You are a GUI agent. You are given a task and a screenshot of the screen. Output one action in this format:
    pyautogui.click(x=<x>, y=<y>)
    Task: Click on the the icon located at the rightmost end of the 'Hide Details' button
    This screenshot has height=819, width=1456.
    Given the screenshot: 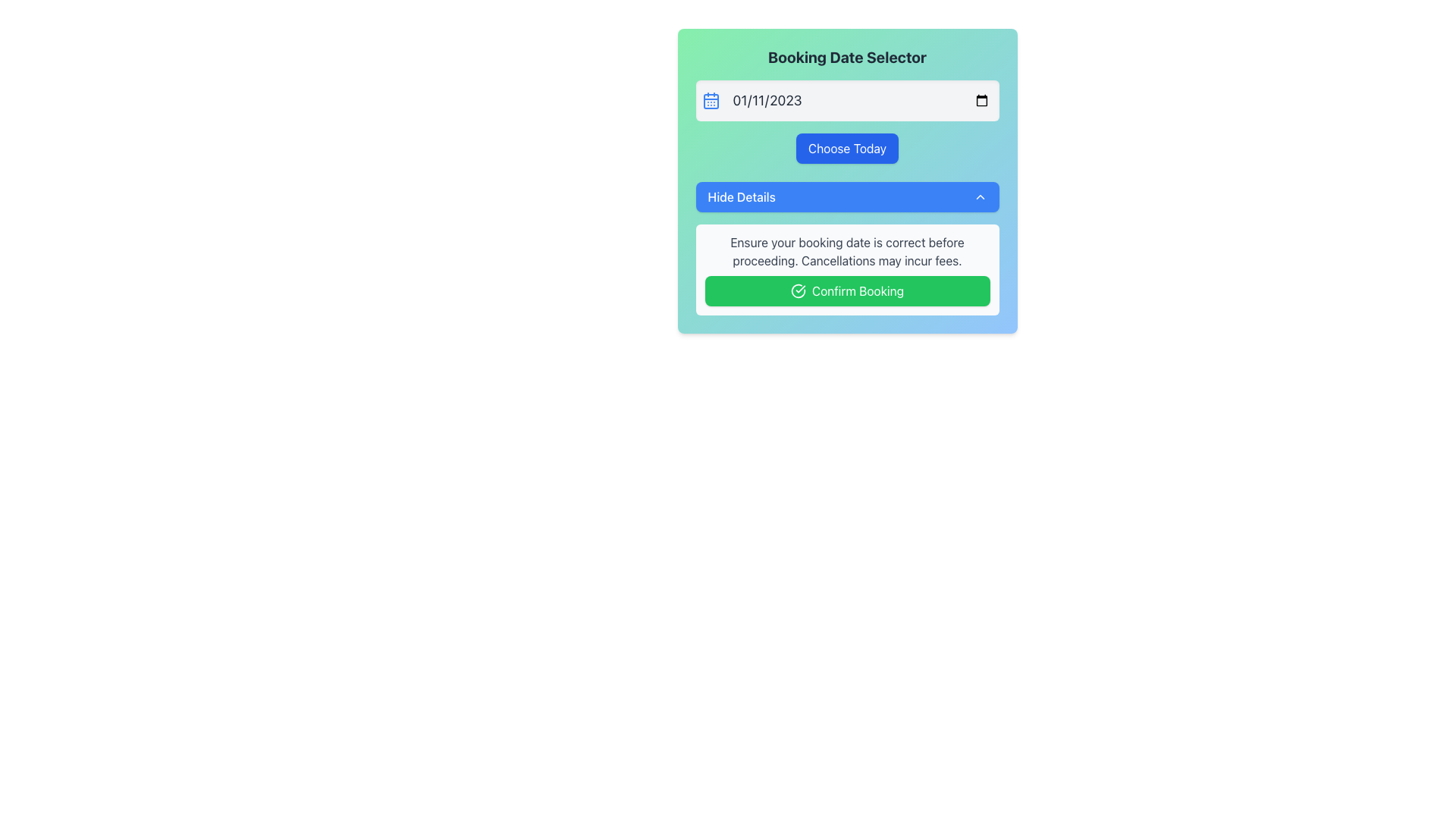 What is the action you would take?
    pyautogui.click(x=980, y=196)
    